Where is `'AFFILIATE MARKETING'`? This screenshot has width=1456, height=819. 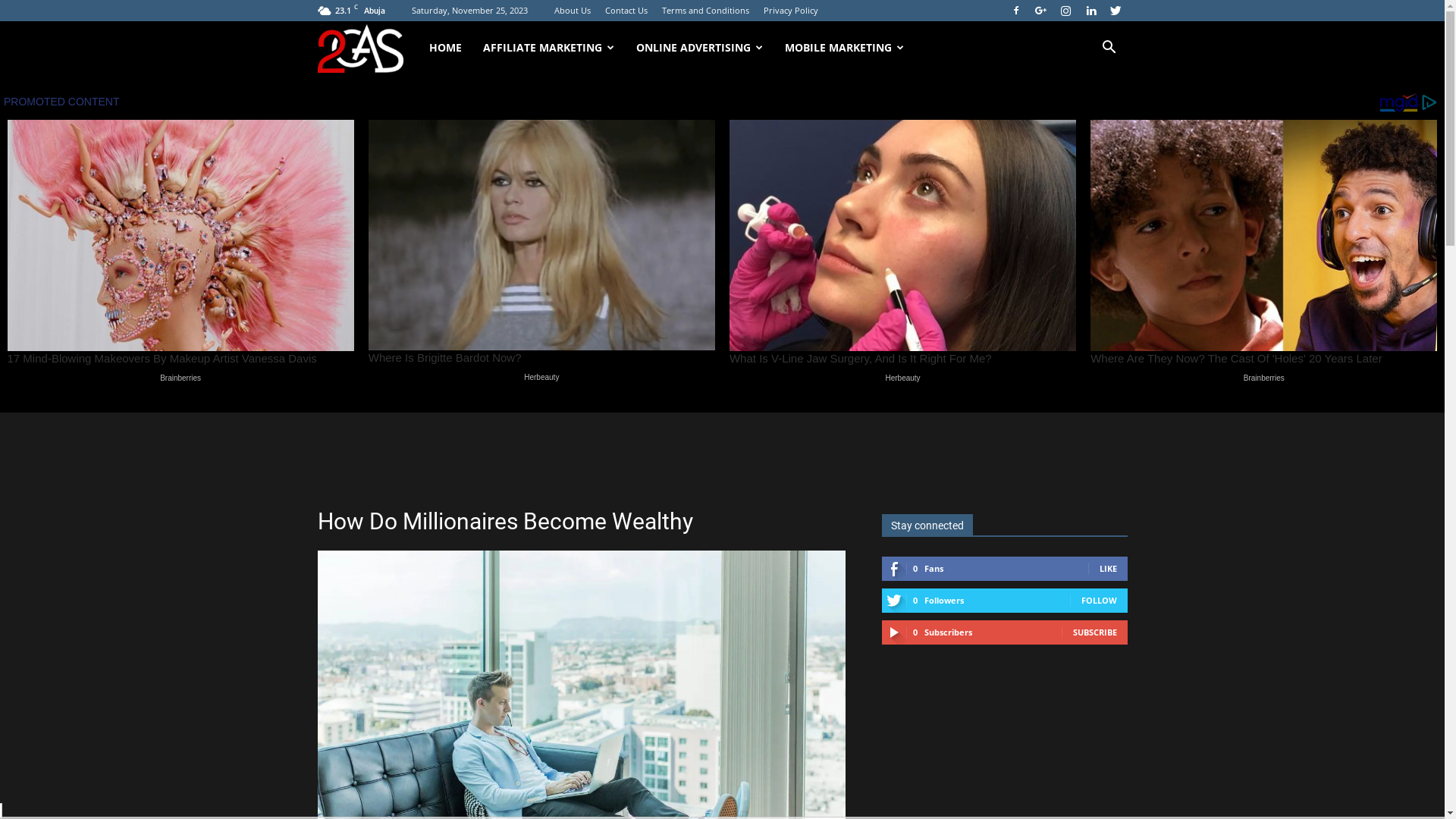 'AFFILIATE MARKETING' is located at coordinates (548, 46).